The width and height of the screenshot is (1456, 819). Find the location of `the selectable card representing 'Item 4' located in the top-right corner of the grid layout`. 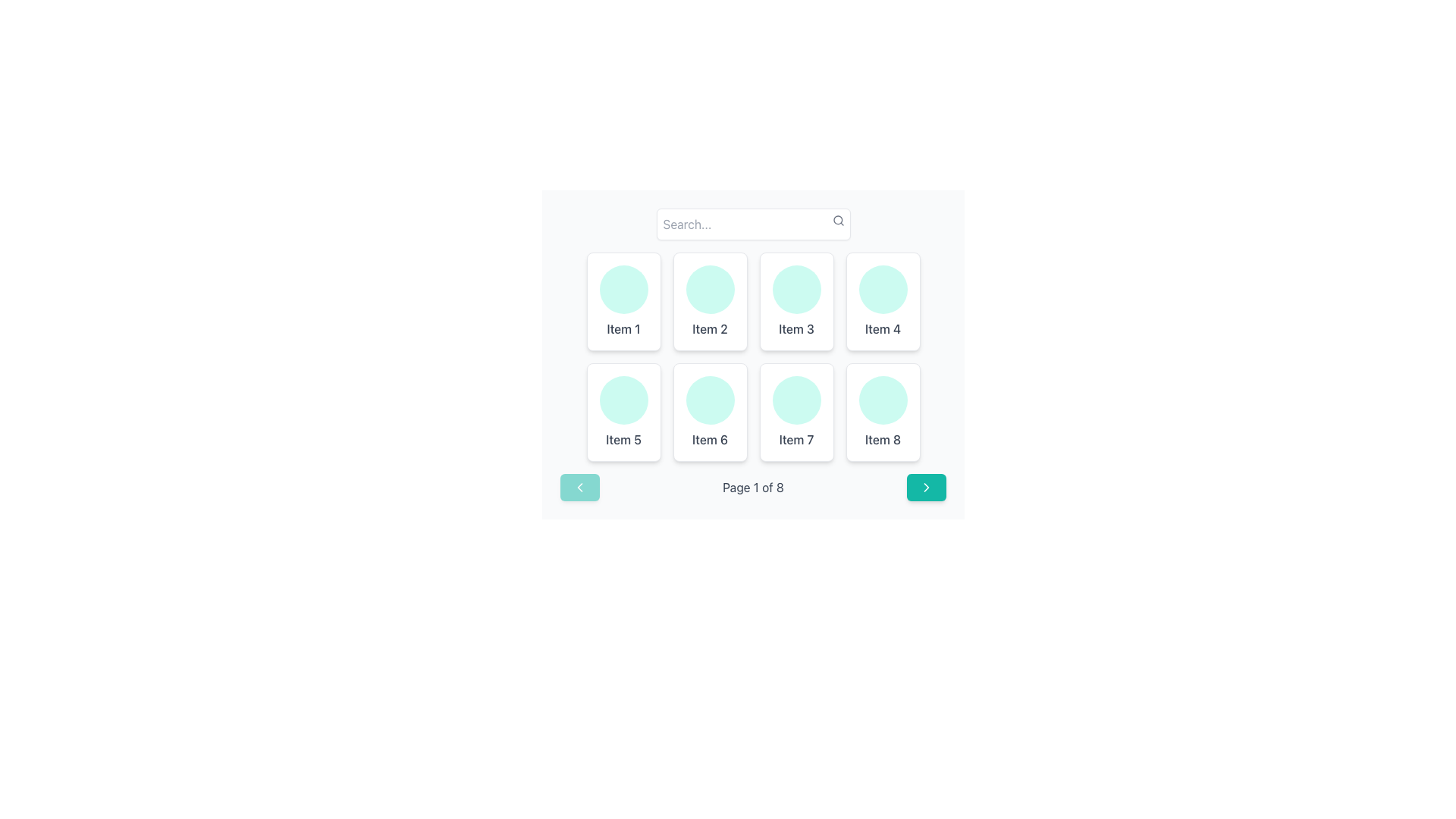

the selectable card representing 'Item 4' located in the top-right corner of the grid layout is located at coordinates (883, 301).